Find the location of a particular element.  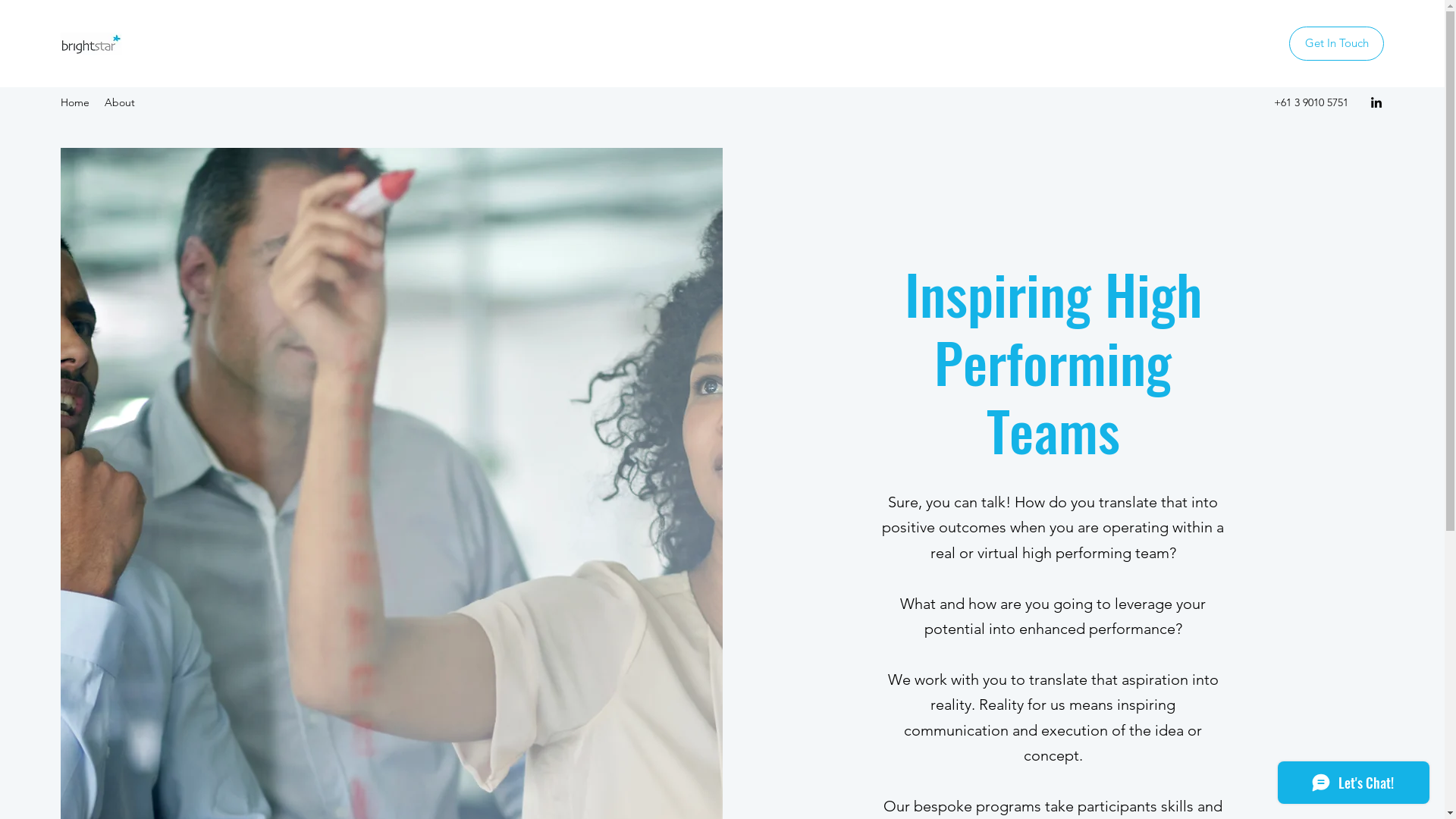

'Get In Touch' is located at coordinates (1288, 42).